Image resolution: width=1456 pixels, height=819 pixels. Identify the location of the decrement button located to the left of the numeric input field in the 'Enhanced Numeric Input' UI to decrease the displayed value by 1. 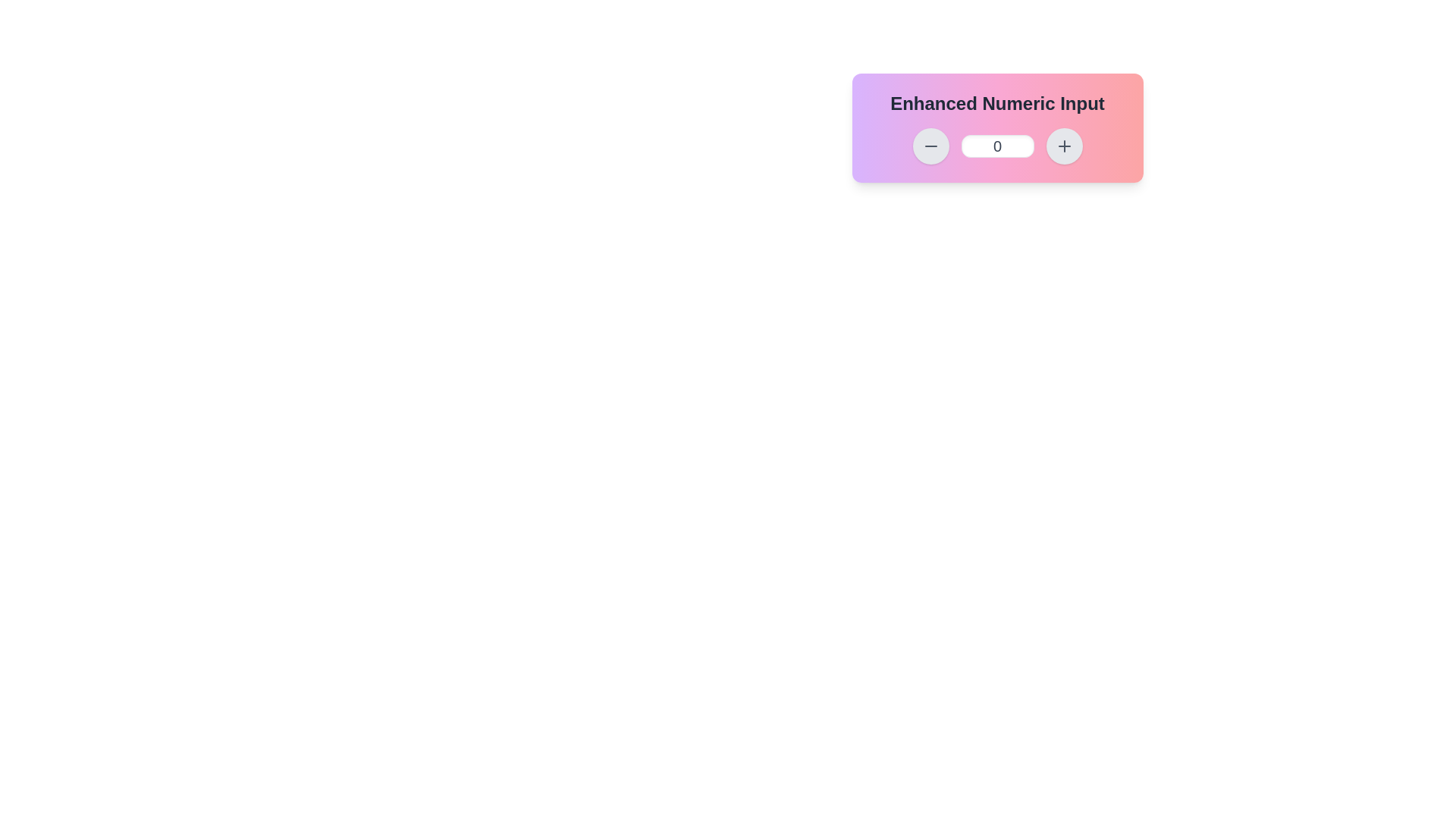
(930, 146).